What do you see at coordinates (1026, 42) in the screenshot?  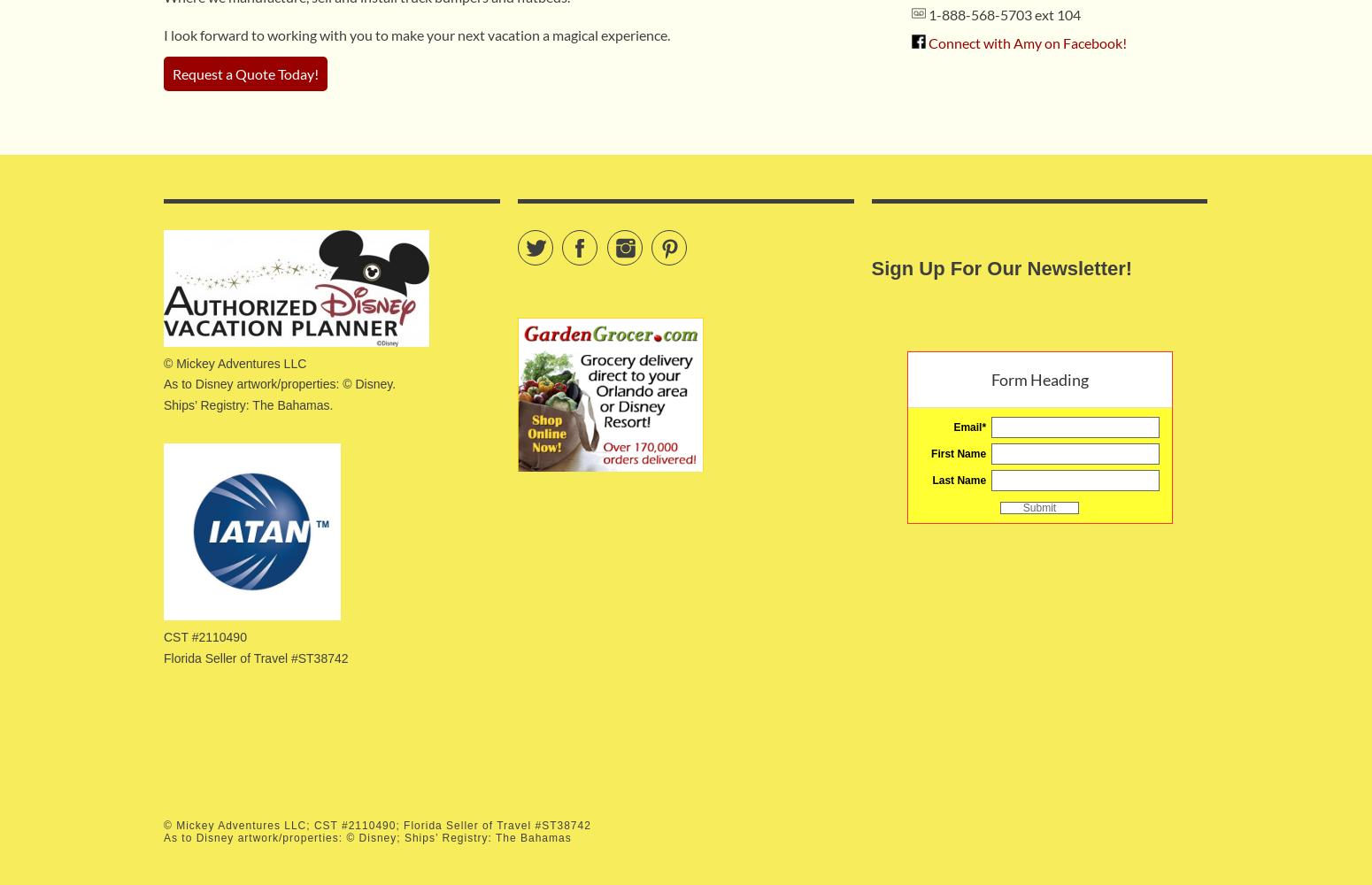 I see `'Connect with Amy on Facebook!'` at bounding box center [1026, 42].